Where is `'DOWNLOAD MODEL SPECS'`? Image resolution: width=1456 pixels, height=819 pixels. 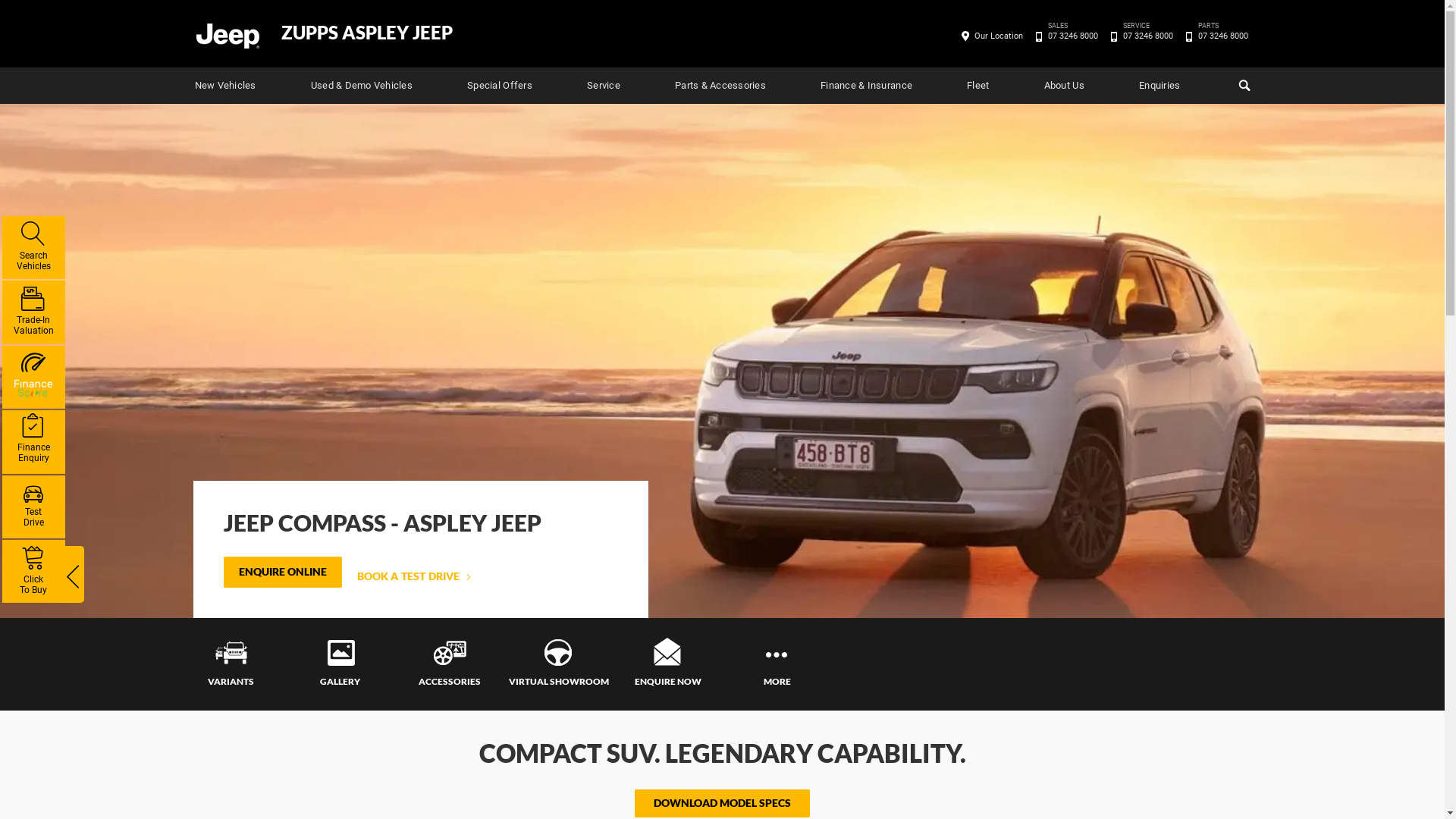 'DOWNLOAD MODEL SPECS' is located at coordinates (721, 802).